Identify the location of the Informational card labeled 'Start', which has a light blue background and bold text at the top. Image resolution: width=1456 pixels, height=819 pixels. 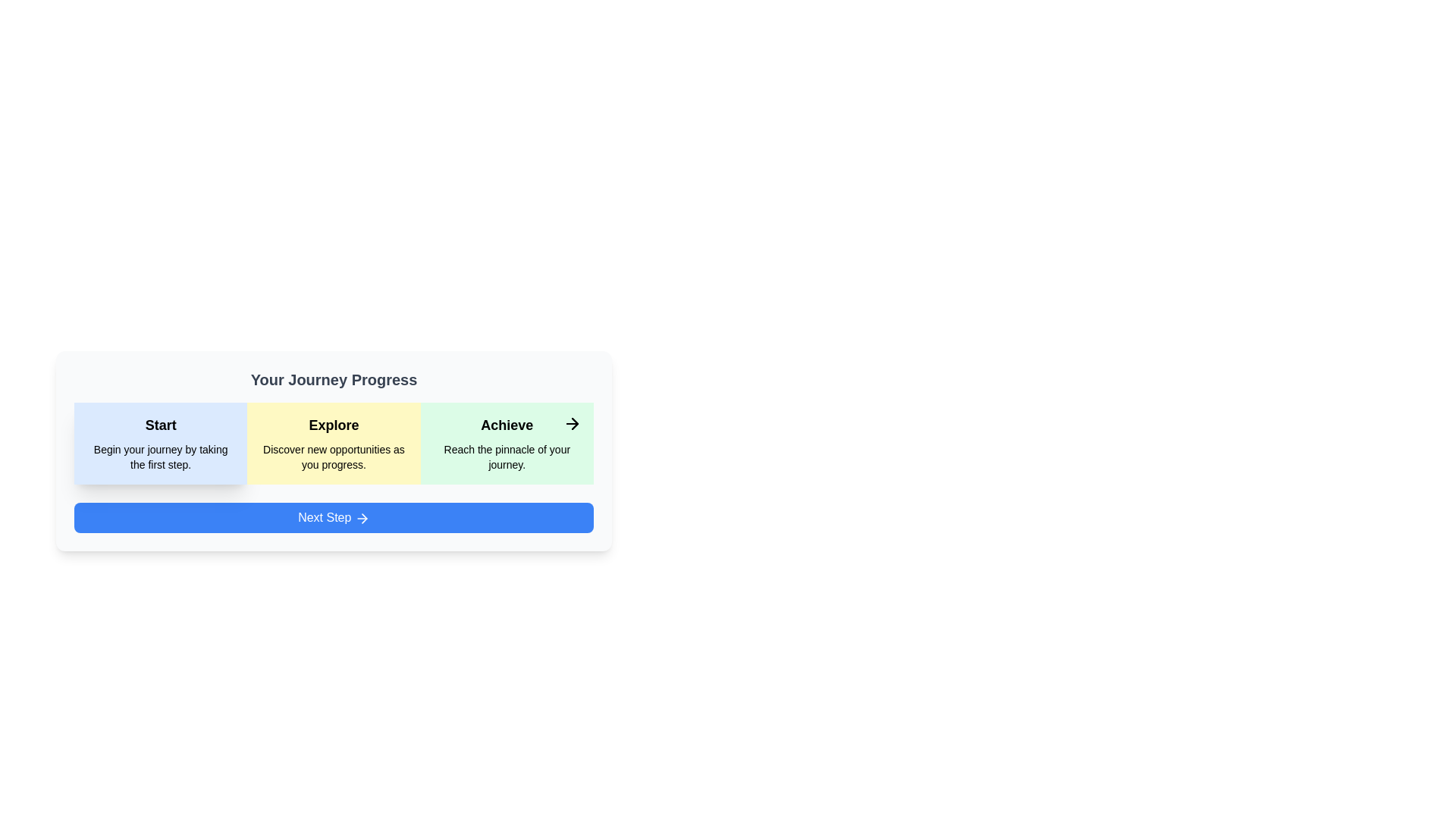
(161, 444).